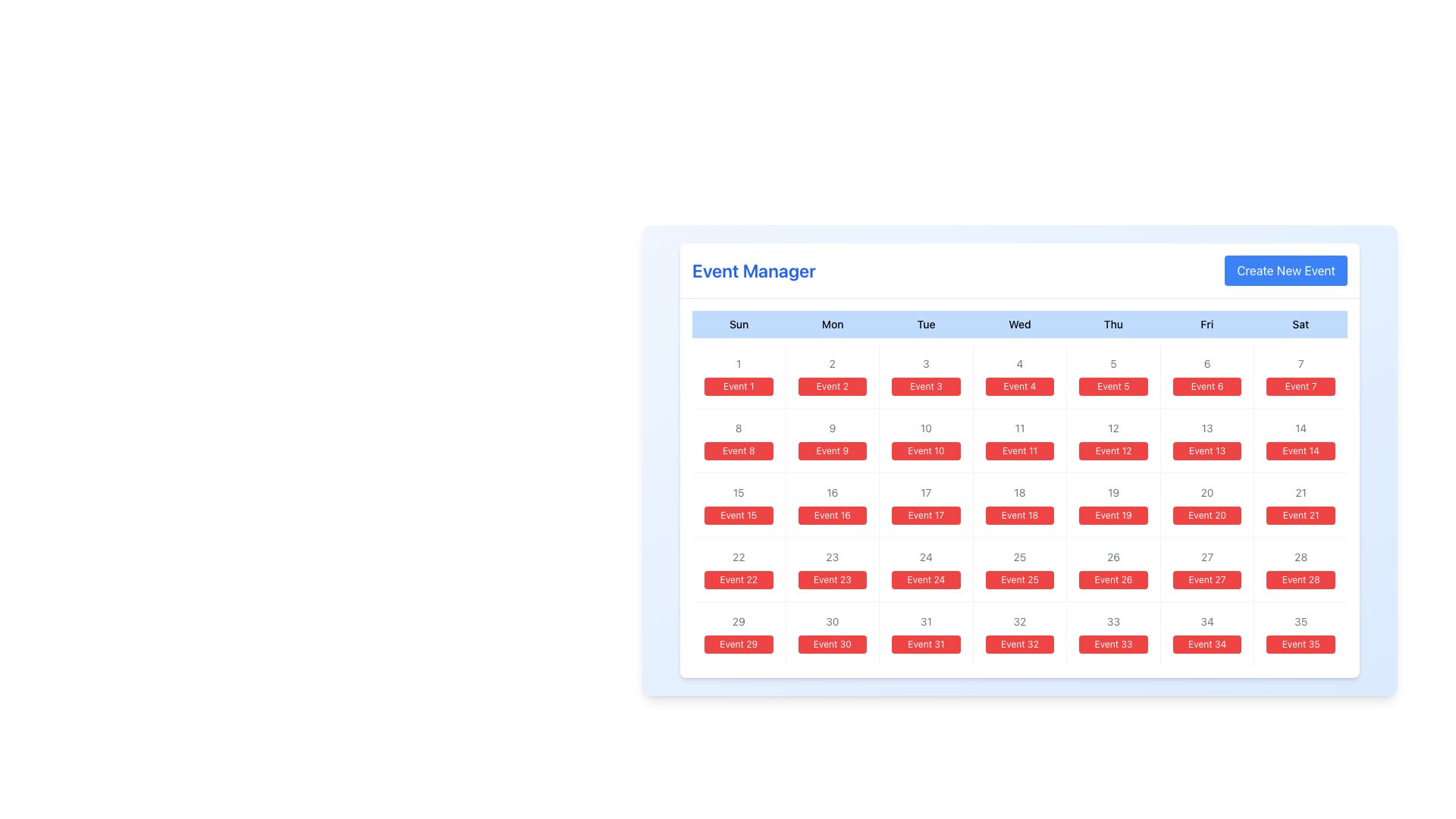 The image size is (1456, 819). I want to click on the small text label displaying the number '7' in gray color, which is positioned above the red button labeled 'Event 7' in the calendar interface, so click(1300, 363).